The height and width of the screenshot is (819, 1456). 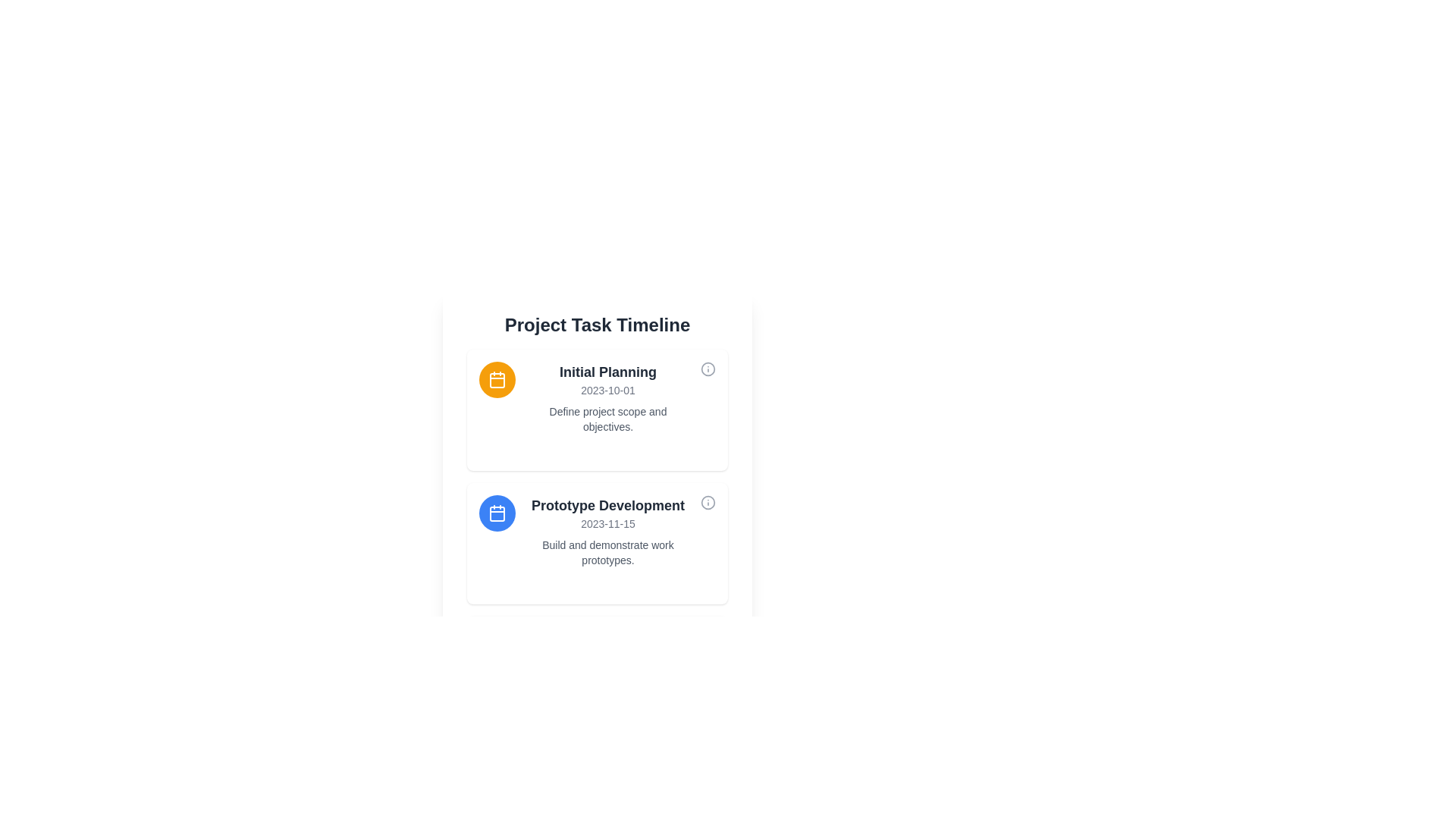 What do you see at coordinates (708, 505) in the screenshot?
I see `the button located in the top-right corner of the 'Prototype Development' task card, which provides additional context or actions related to the task` at bounding box center [708, 505].